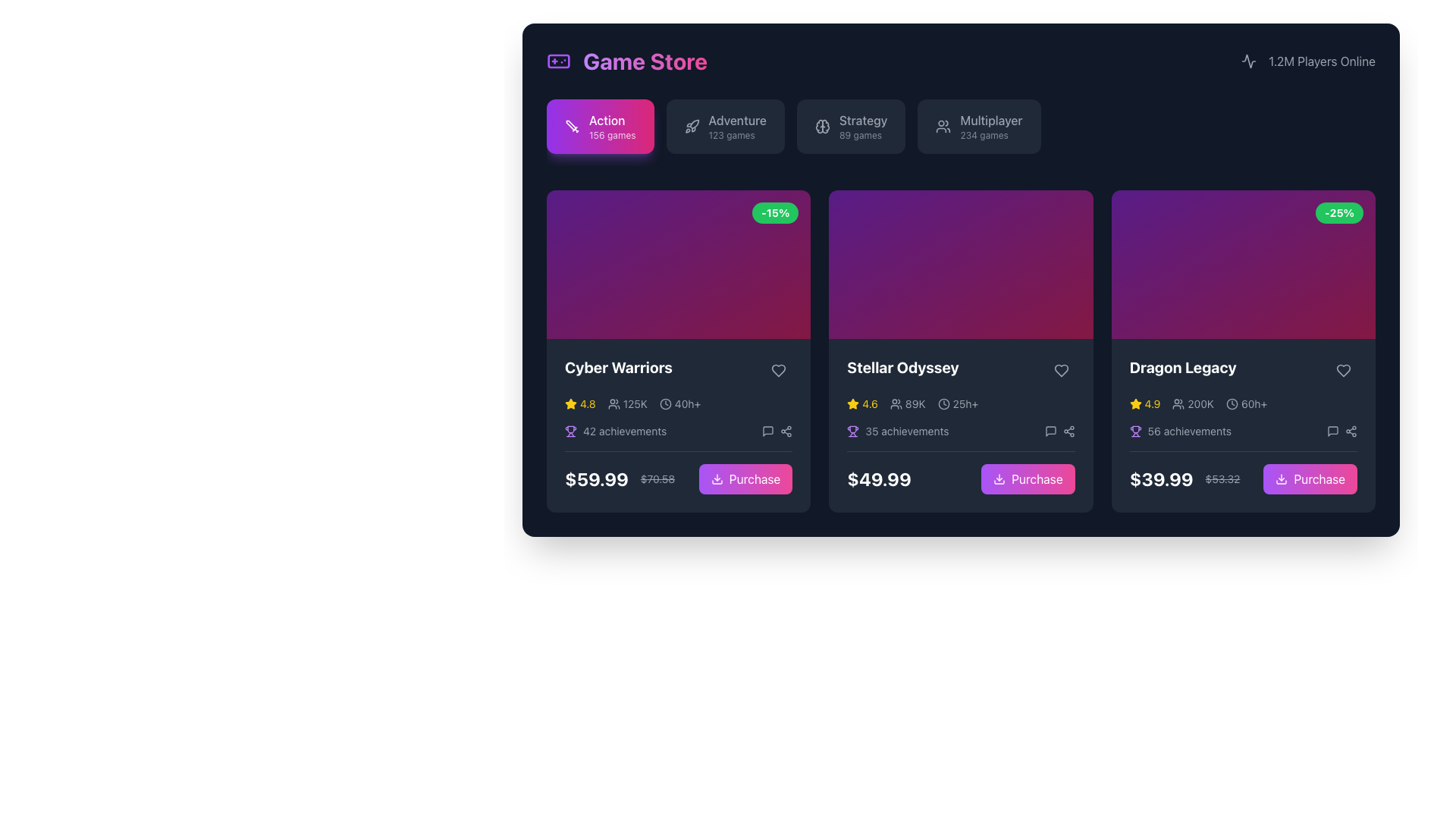  What do you see at coordinates (1050, 431) in the screenshot?
I see `the communication icon located at the bottom-right of the 'Stellar Odyssey' game card` at bounding box center [1050, 431].